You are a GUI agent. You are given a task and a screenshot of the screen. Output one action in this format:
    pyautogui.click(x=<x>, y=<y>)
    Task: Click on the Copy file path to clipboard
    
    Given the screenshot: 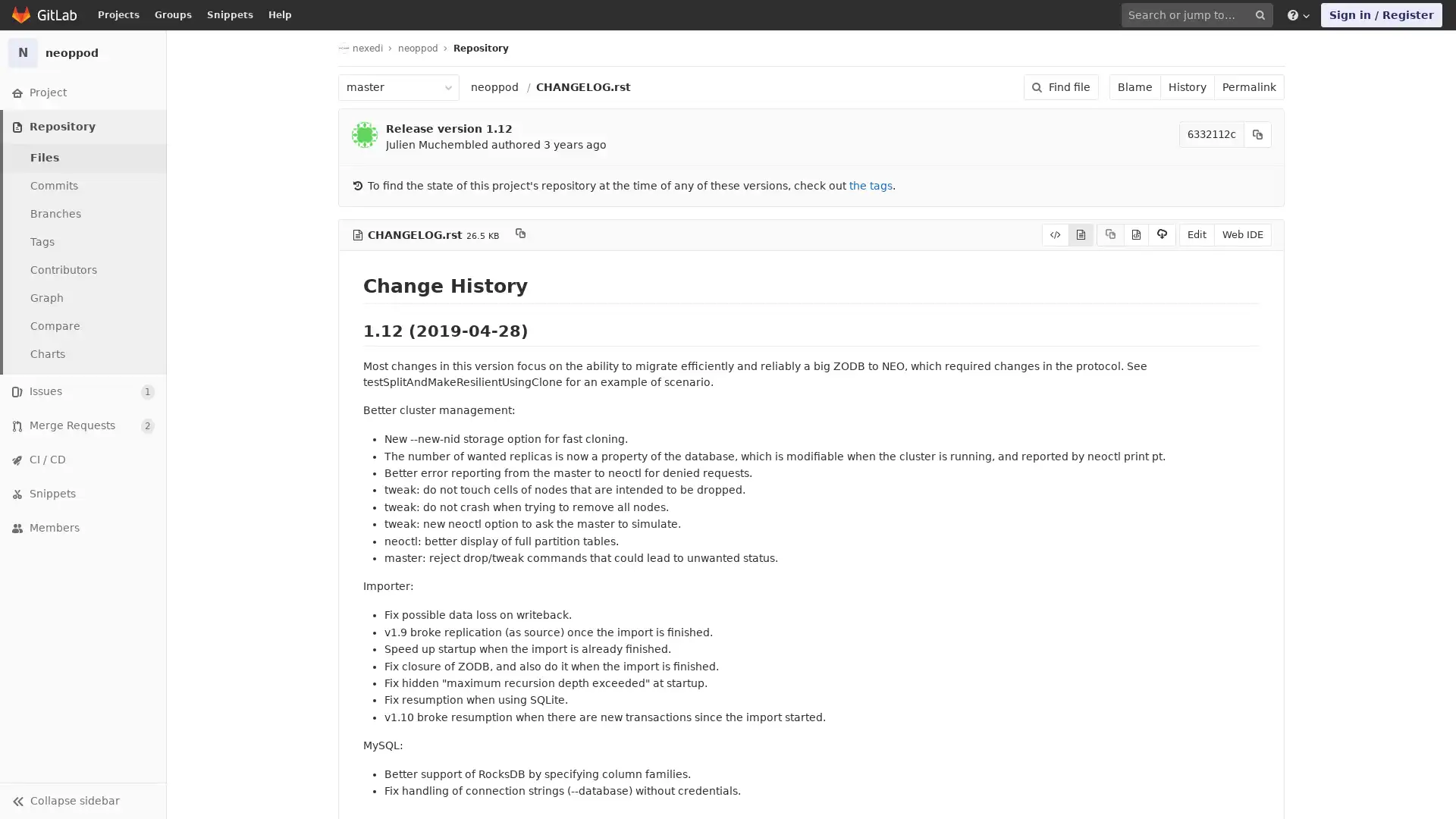 What is the action you would take?
    pyautogui.click(x=520, y=234)
    